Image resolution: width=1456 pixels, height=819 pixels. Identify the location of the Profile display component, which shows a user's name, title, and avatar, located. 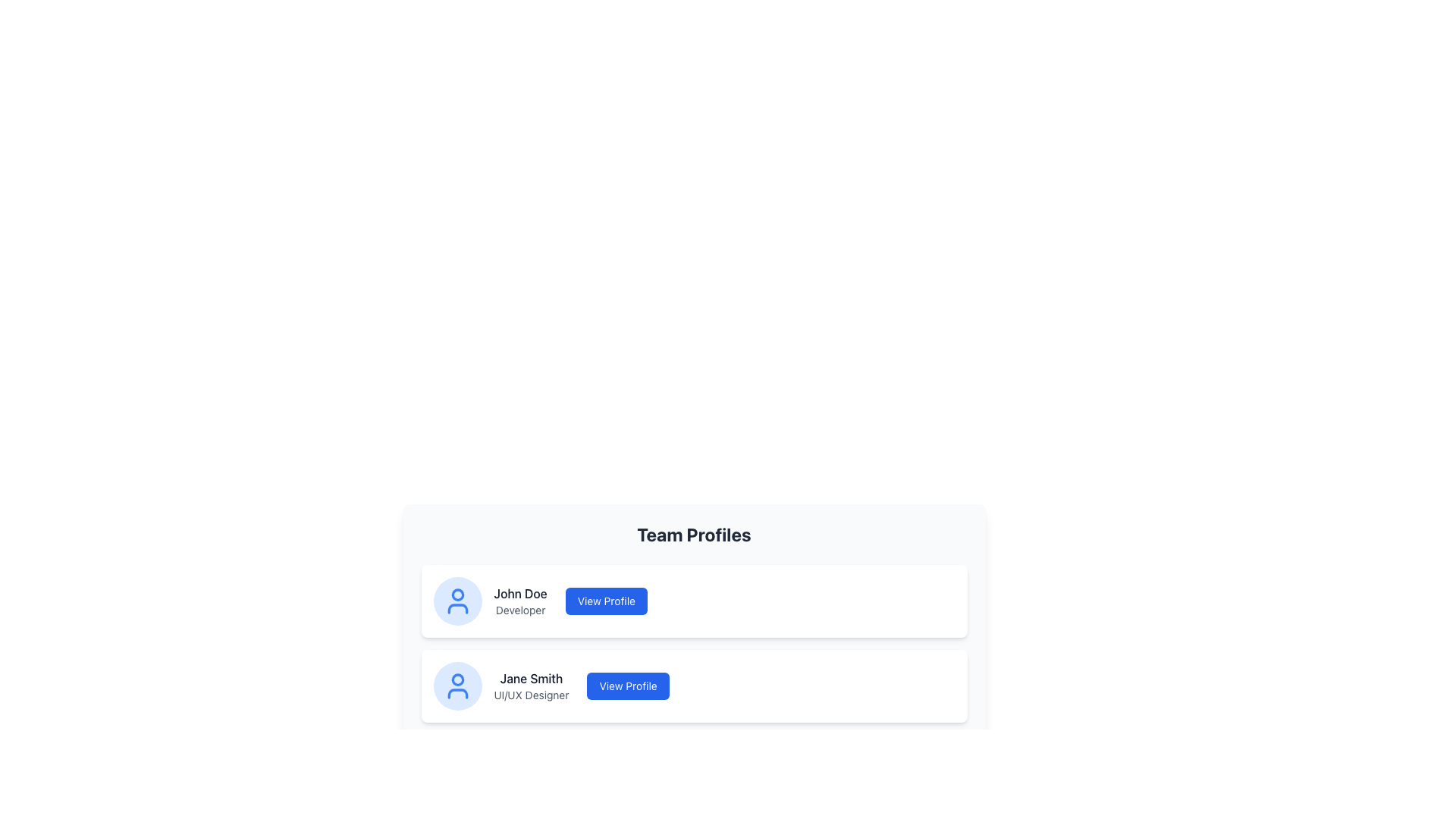
(490, 601).